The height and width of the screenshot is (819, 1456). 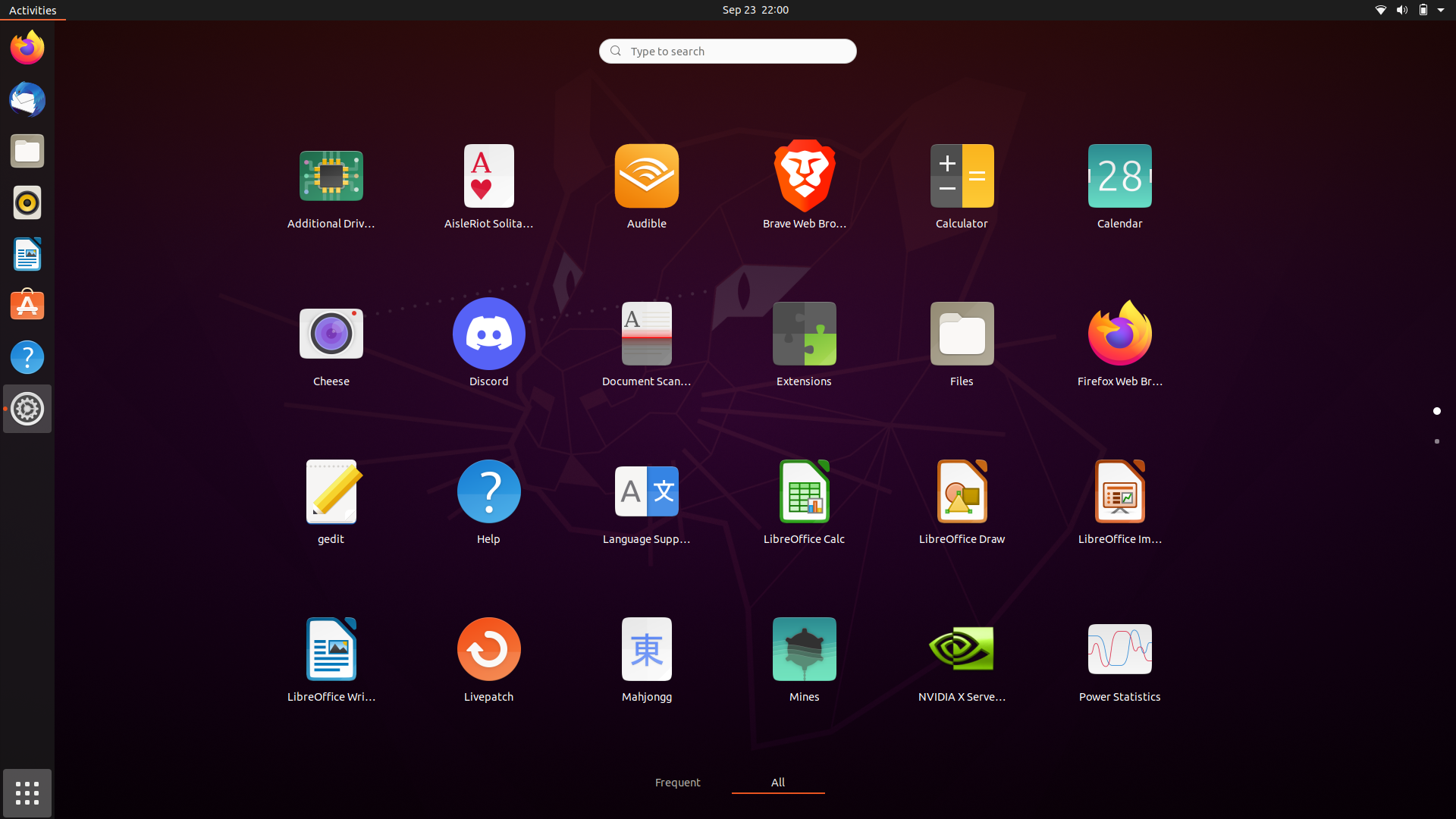 I want to click on Click to open the Calendar application, so click(x=1119, y=184).